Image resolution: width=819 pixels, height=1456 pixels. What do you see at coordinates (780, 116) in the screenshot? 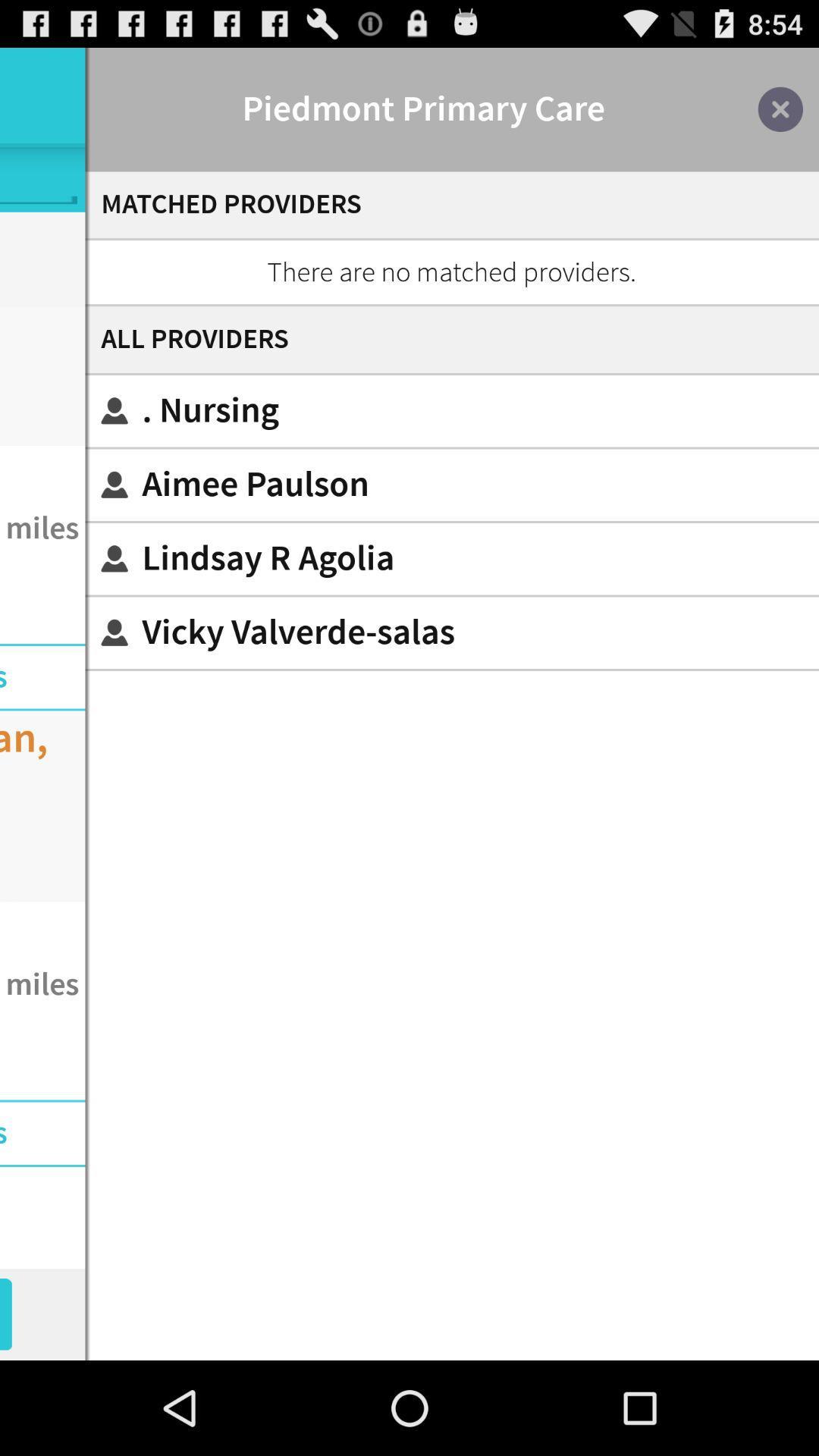
I see `the close icon` at bounding box center [780, 116].